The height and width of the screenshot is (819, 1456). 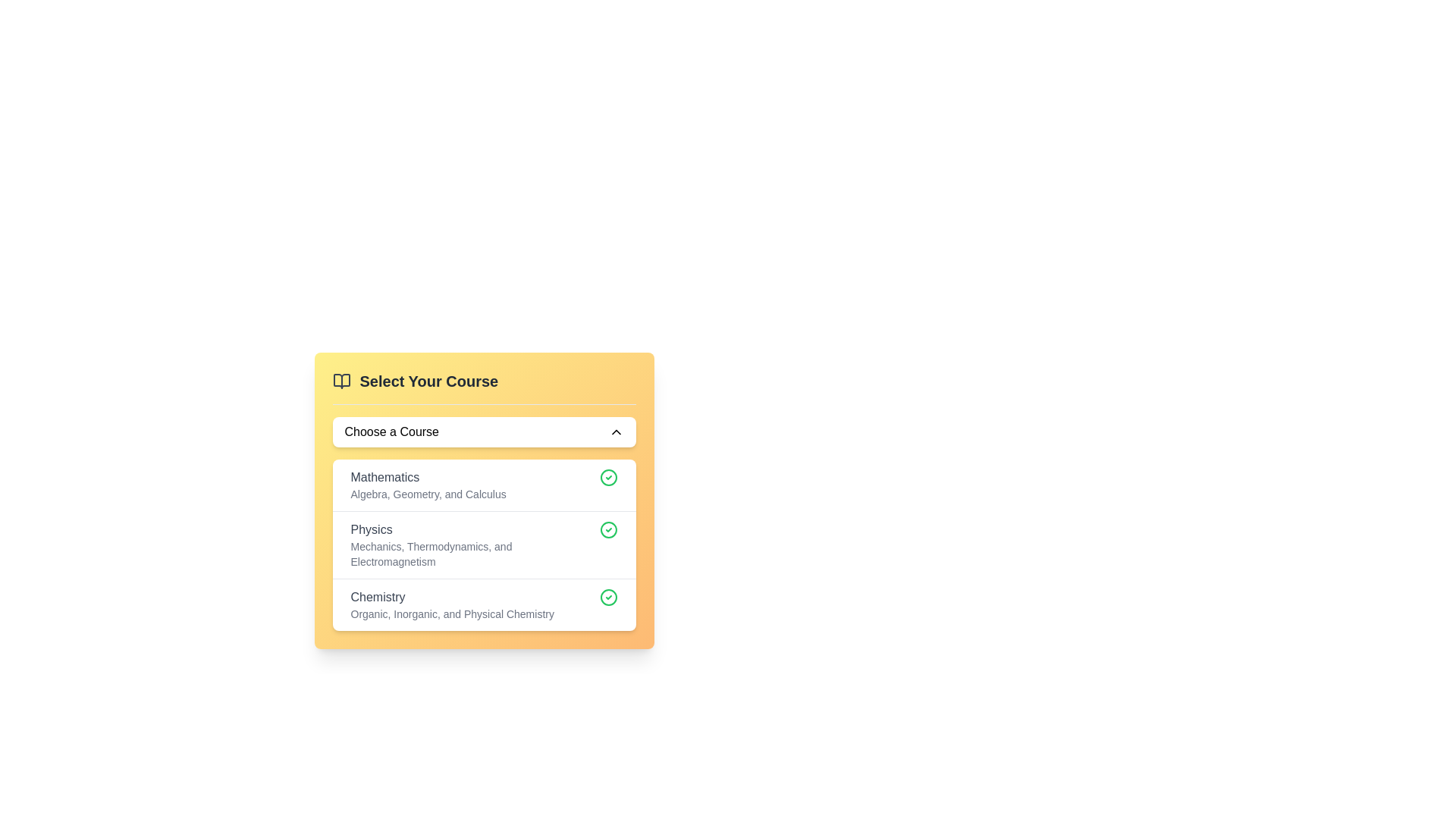 What do you see at coordinates (608, 529) in the screenshot?
I see `the success confirmation icon located to the far right of the 'Chemistry' entry in the course selection list` at bounding box center [608, 529].